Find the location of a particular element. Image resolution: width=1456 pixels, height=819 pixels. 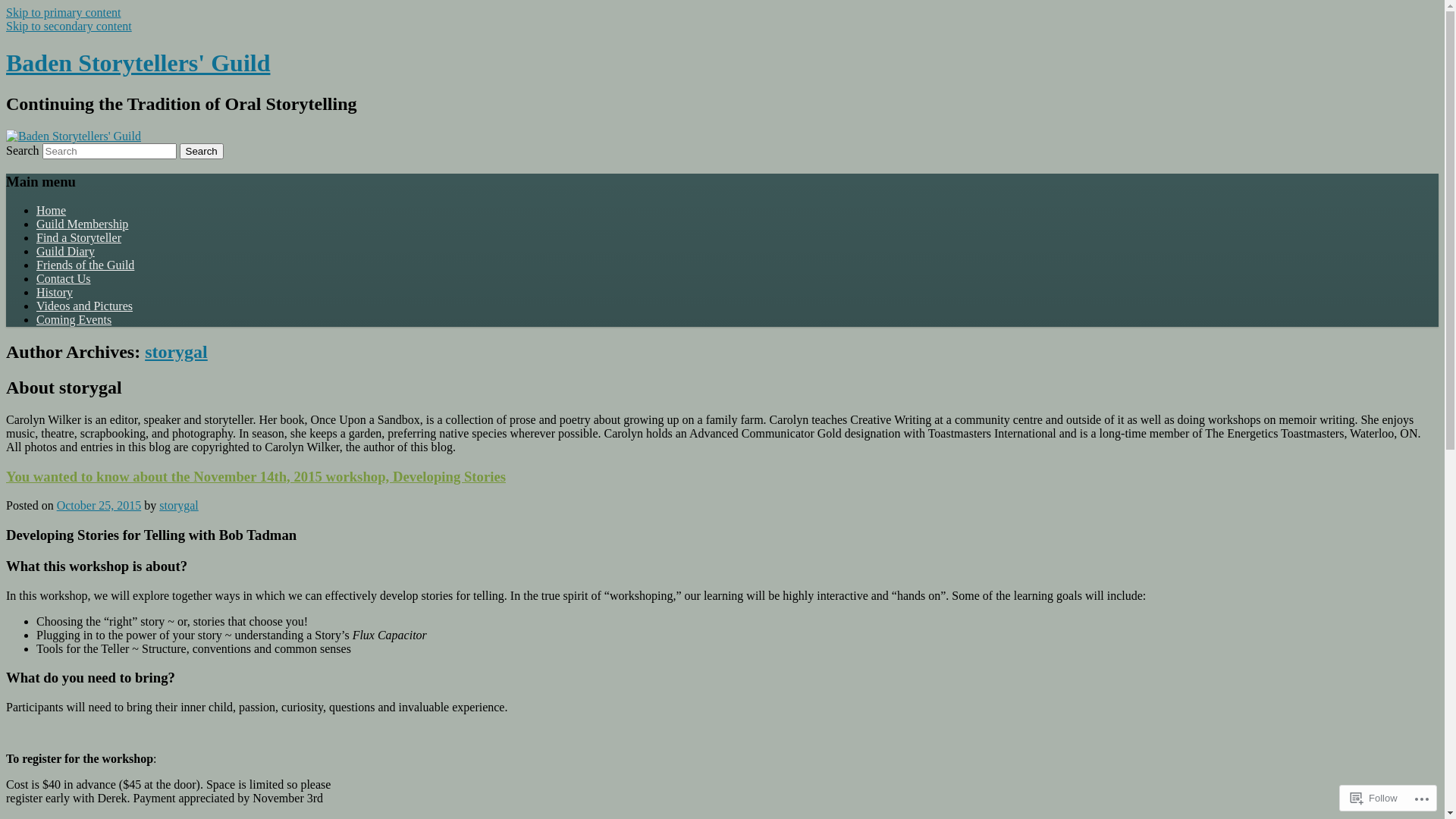

'Follow' is located at coordinates (1374, 797).